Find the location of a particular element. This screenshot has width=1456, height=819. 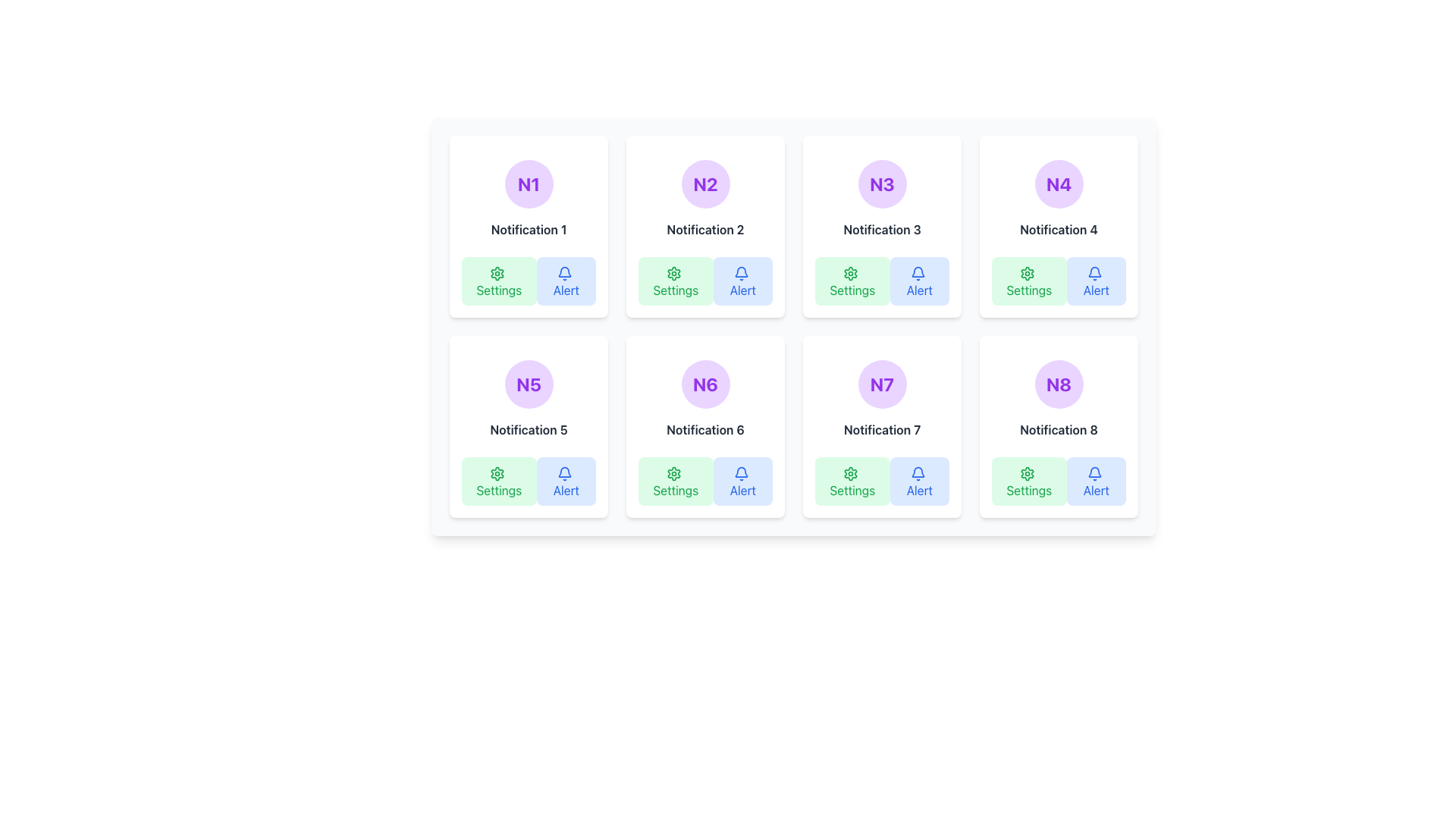

the Text Label for the 'Notification 2' card, positioned at the top-center of the card, which visually identifies the card's purpose is located at coordinates (704, 184).